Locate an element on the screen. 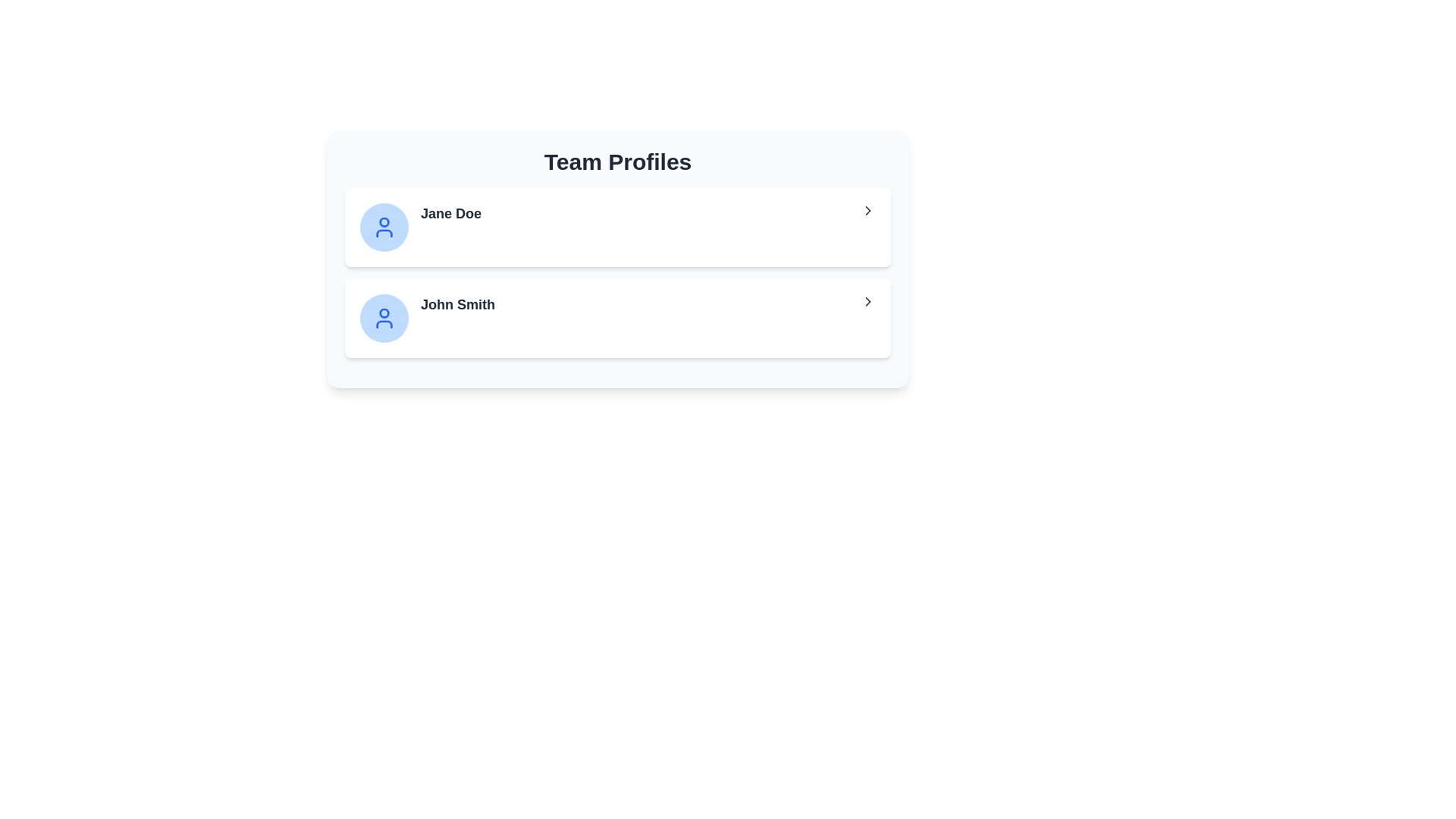  the circular user icon representing the profile of 'Jane Doe', which is located beside the text label in the first section of a two-profile list is located at coordinates (384, 234).